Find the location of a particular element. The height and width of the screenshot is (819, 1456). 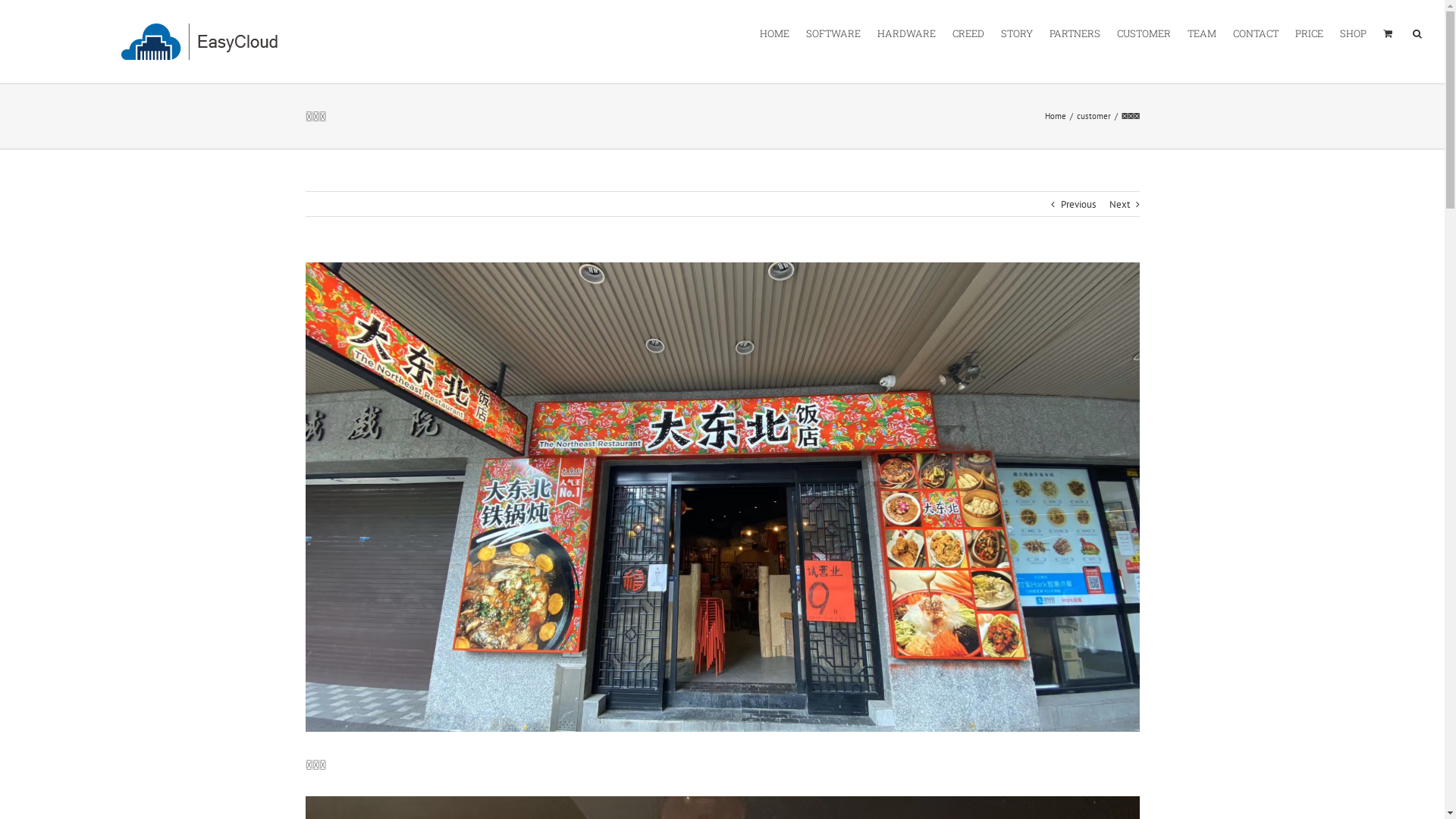

'SHOP' is located at coordinates (1339, 32).